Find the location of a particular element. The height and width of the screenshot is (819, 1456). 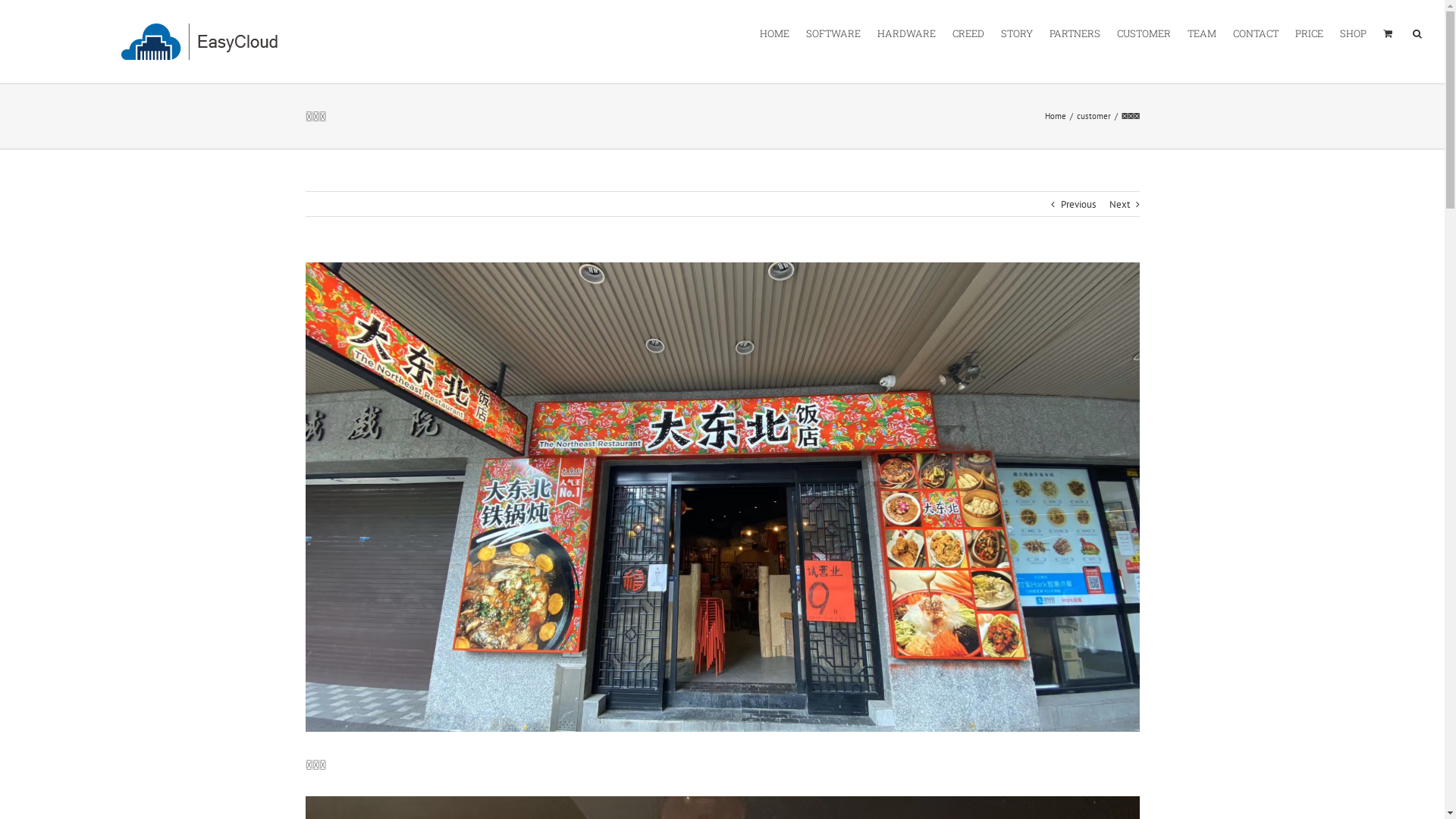

'SHOP' is located at coordinates (1339, 32).